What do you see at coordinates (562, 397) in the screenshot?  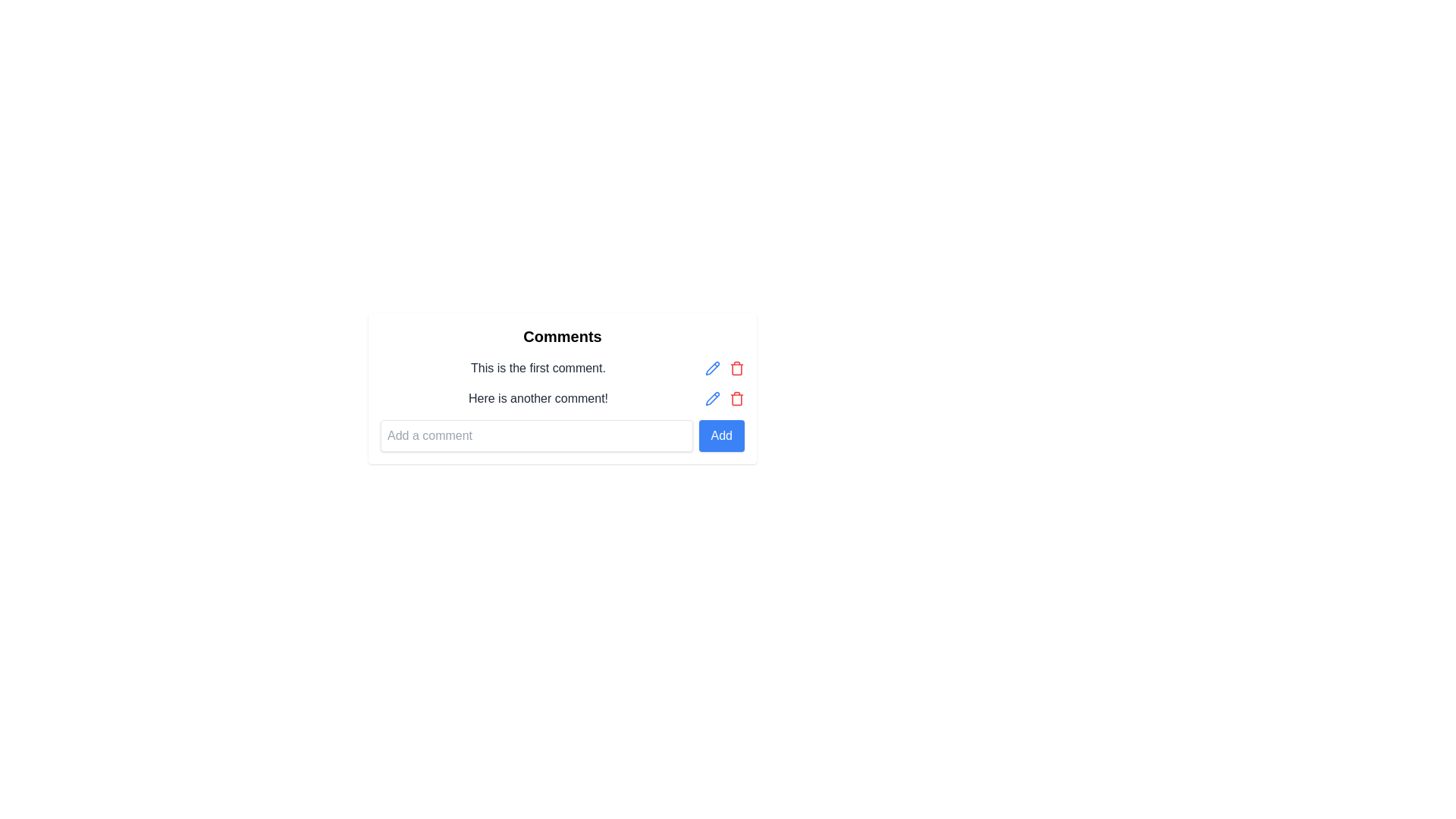 I see `the text label displaying 'Here is another comment!' which is the second entry in a list of comments` at bounding box center [562, 397].